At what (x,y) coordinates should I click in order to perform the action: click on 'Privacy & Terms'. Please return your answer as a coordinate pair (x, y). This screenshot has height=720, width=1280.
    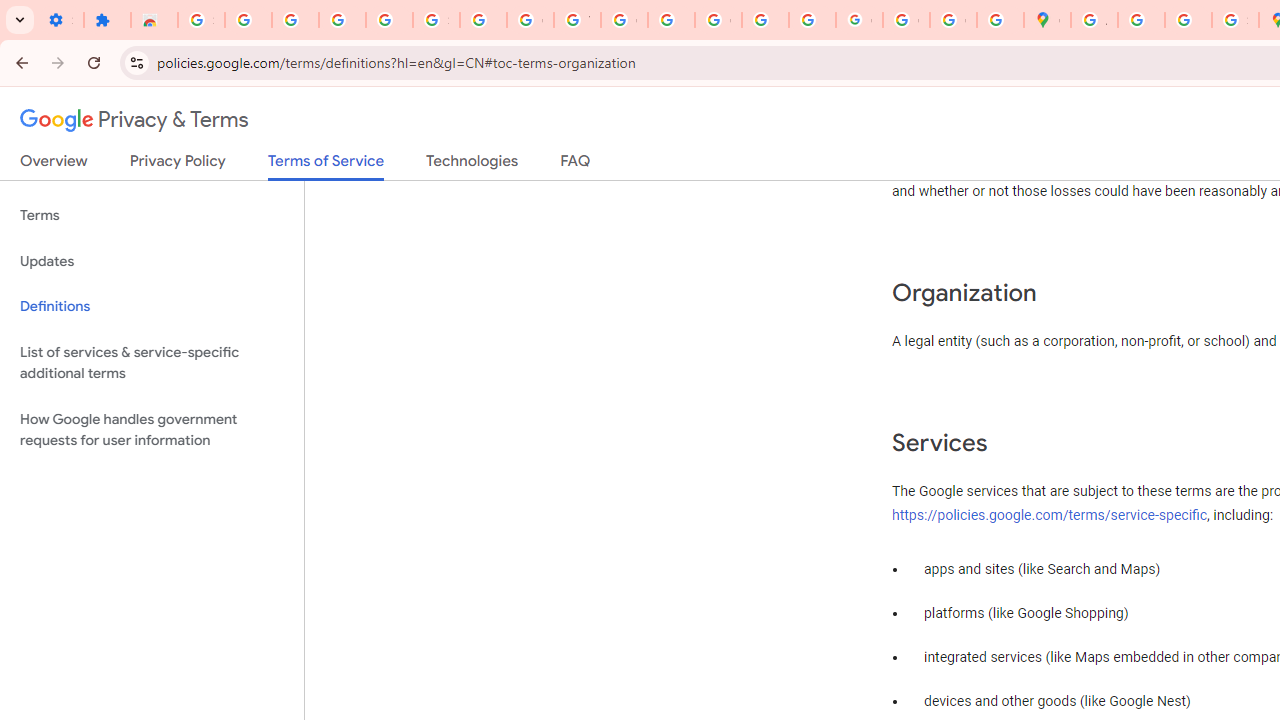
    Looking at the image, I should click on (134, 120).